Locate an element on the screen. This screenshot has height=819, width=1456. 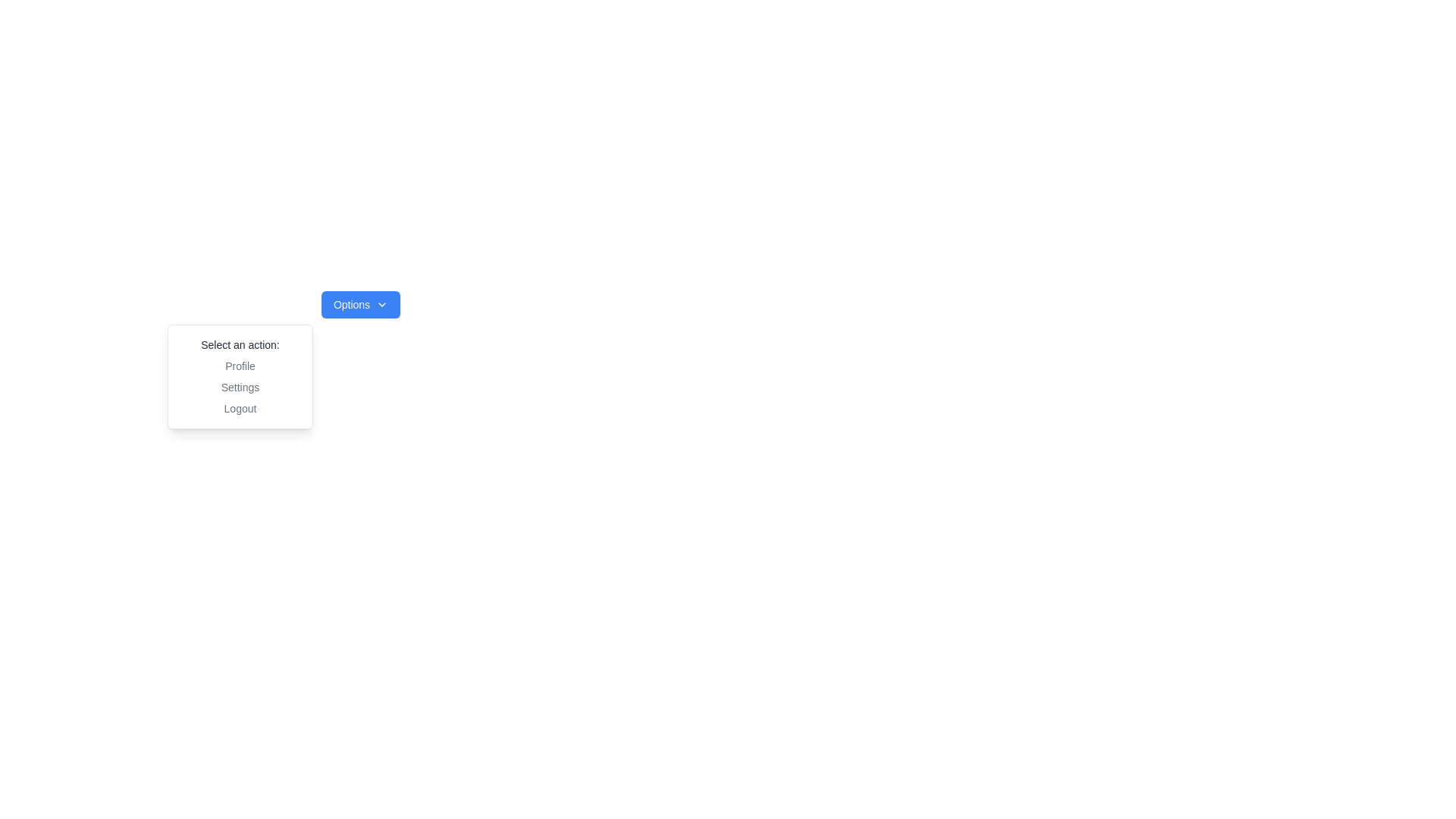
the 'Logout' text label, which is the third item in a vertically-aligned list within the dropdown interface, located below 'Settings' is located at coordinates (239, 408).